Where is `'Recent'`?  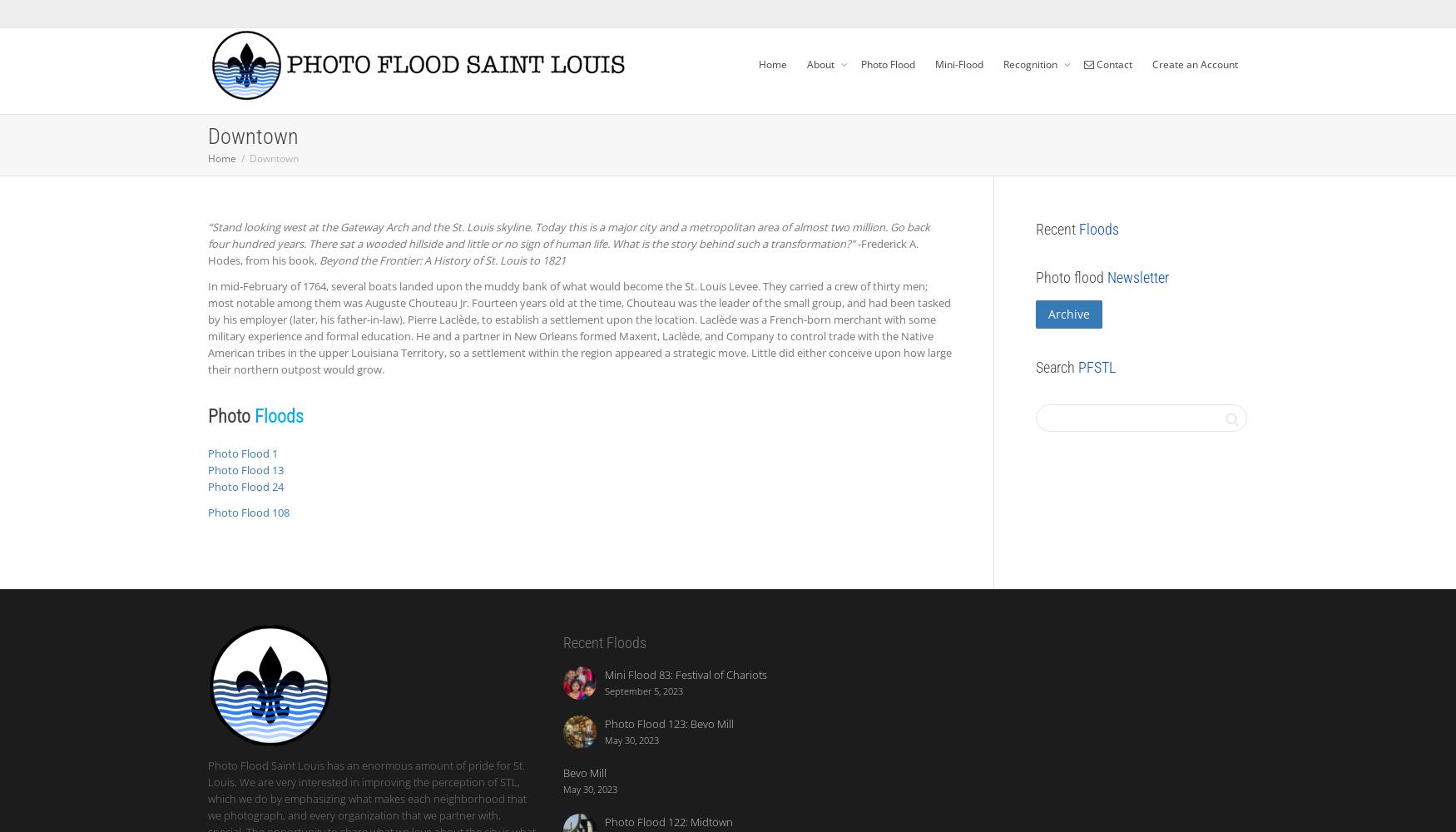 'Recent' is located at coordinates (1057, 229).